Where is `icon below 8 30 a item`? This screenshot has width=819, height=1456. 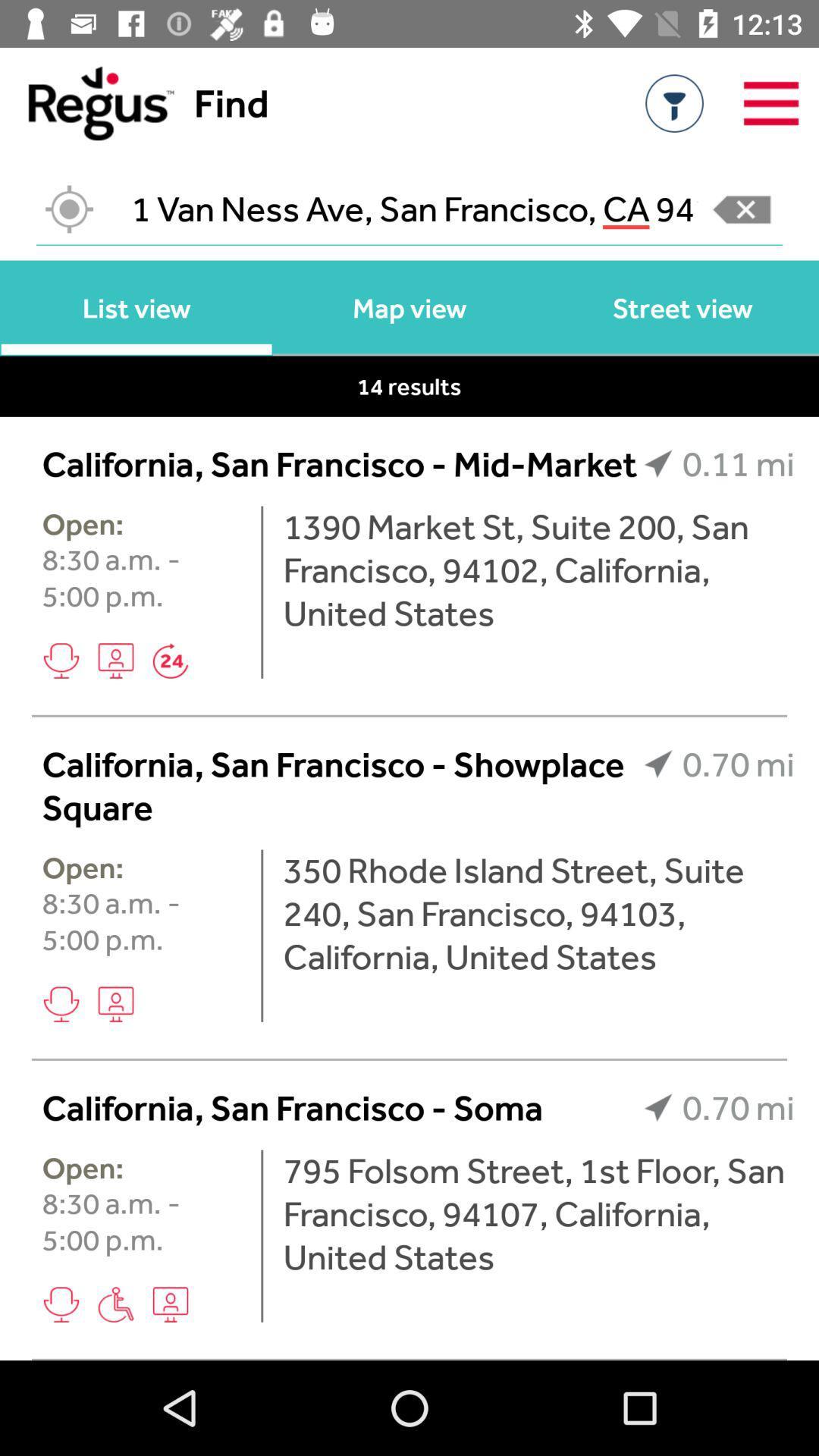
icon below 8 30 a item is located at coordinates (115, 661).